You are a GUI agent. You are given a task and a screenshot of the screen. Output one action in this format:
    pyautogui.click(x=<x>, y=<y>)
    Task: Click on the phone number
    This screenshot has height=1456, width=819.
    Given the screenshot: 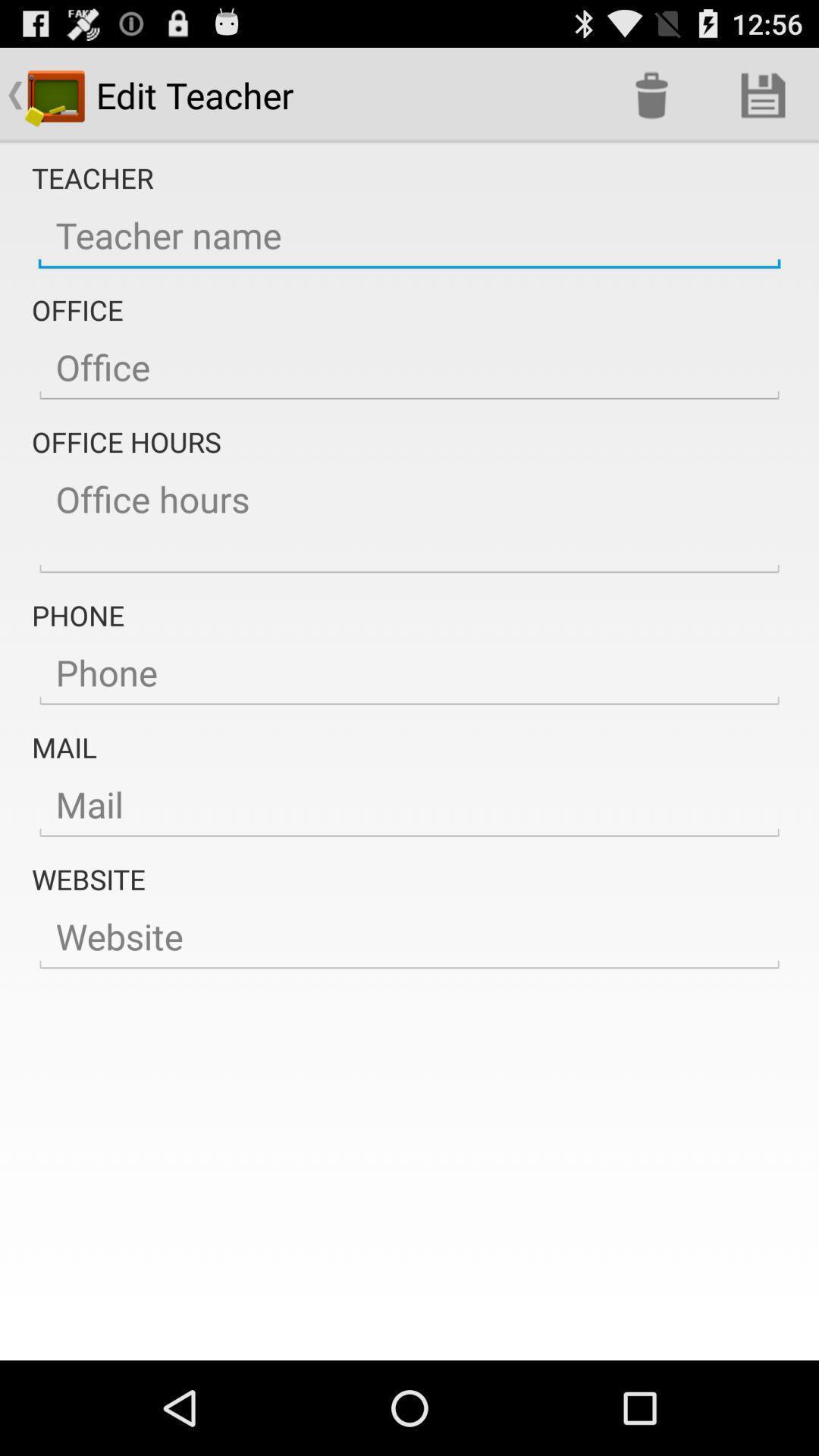 What is the action you would take?
    pyautogui.click(x=409, y=673)
    